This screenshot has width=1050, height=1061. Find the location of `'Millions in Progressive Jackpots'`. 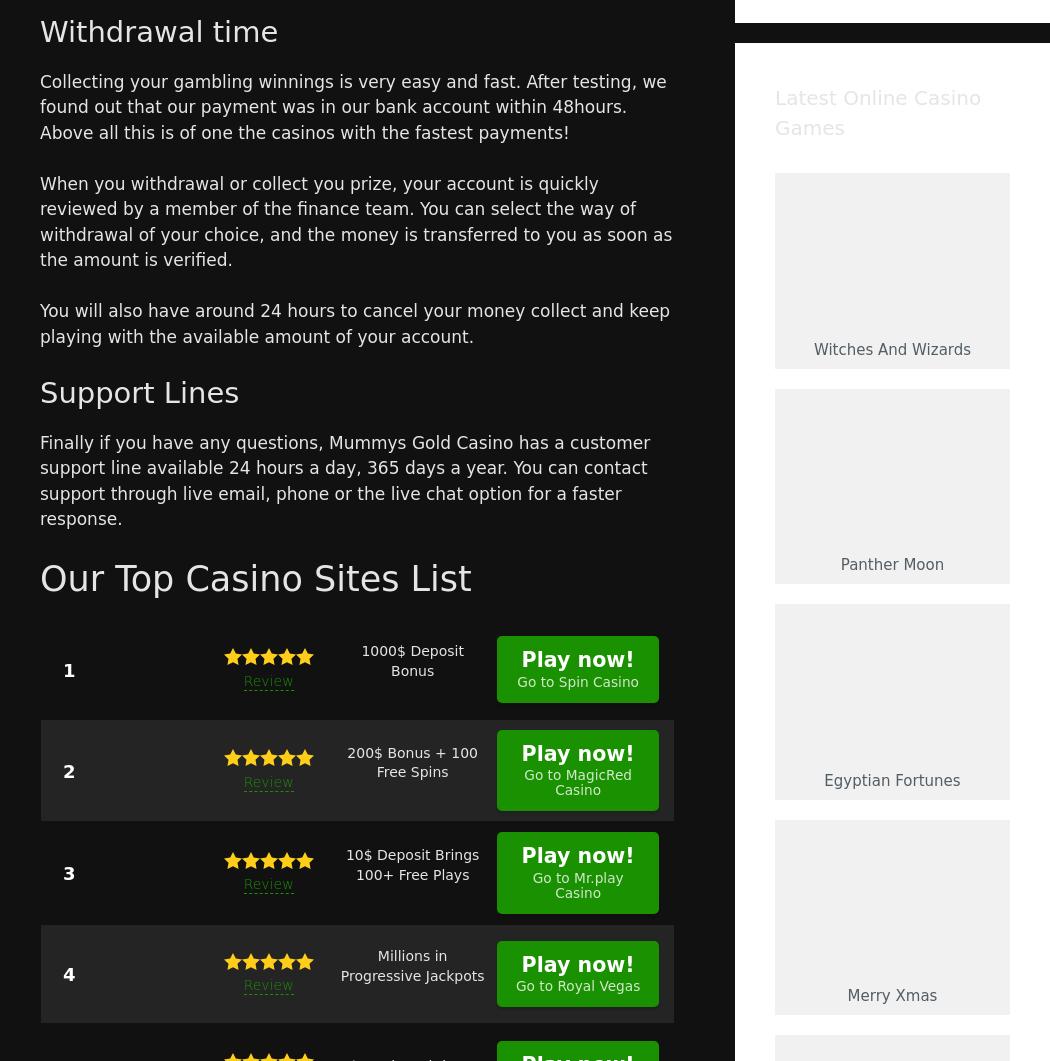

'Millions in Progressive Jackpots' is located at coordinates (412, 963).